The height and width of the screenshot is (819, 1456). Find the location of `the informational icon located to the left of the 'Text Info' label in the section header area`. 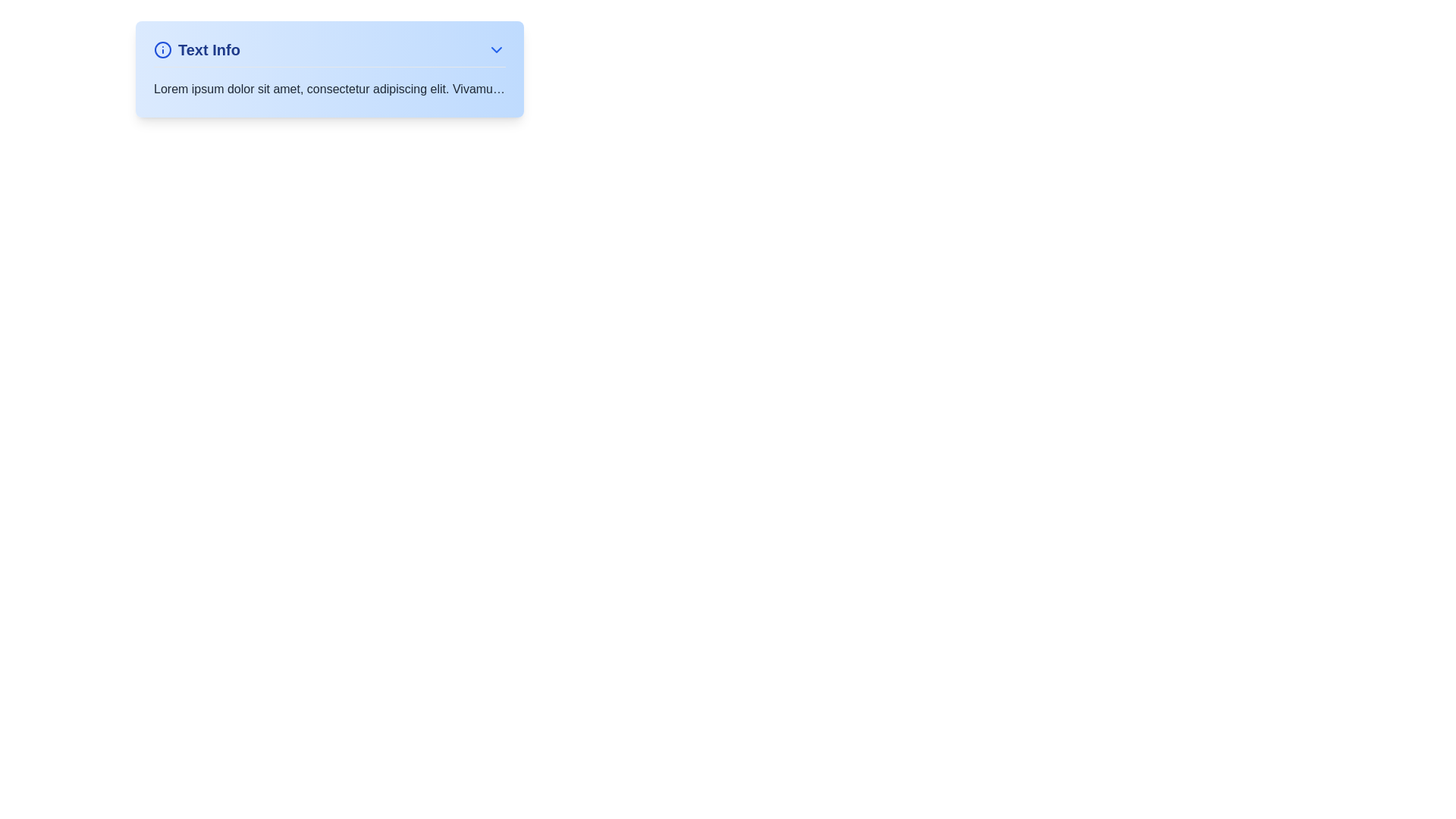

the informational icon located to the left of the 'Text Info' label in the section header area is located at coordinates (163, 49).